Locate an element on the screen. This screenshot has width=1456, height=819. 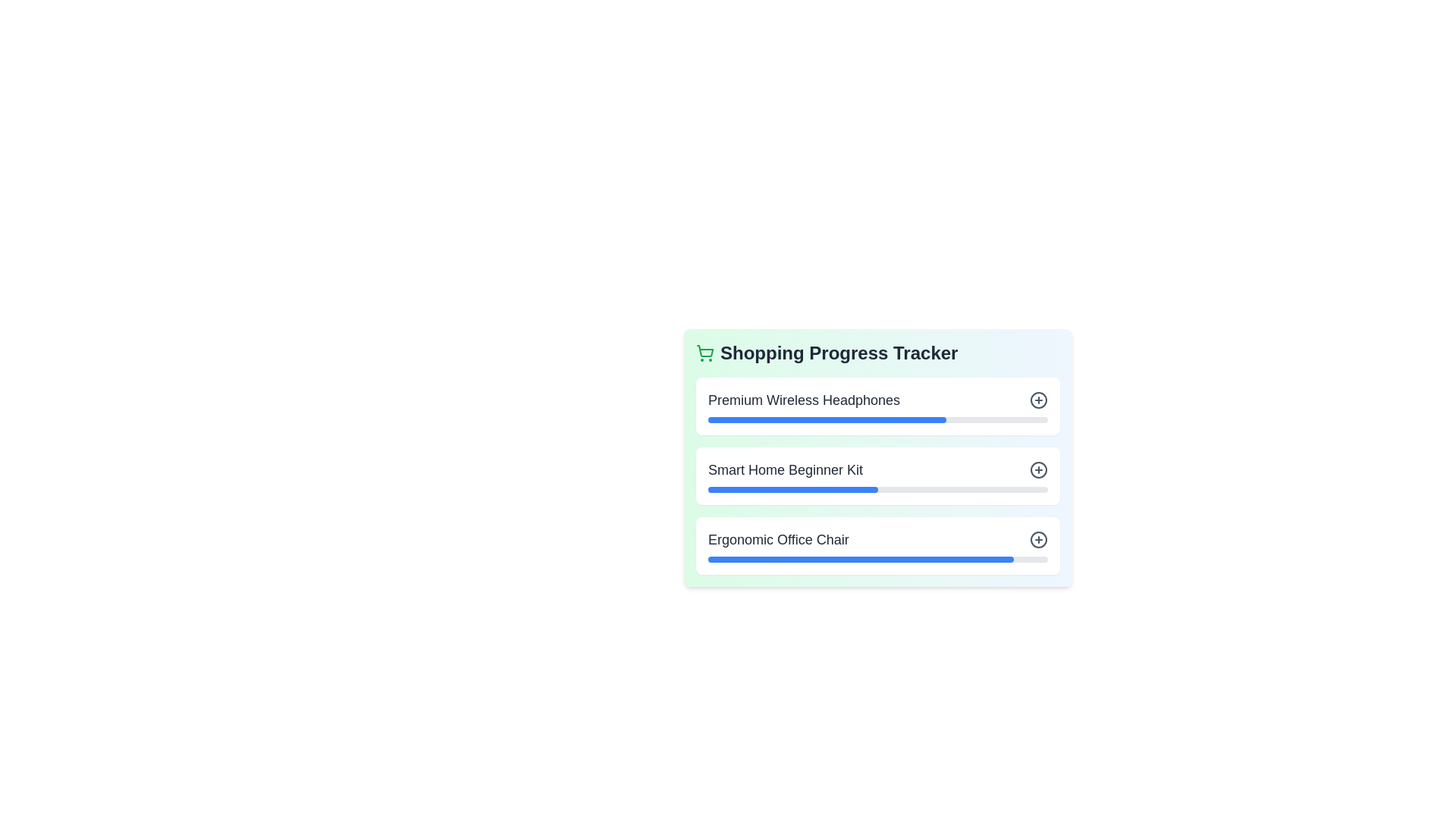
title 'Smart Home Beginner Kit' which is a prominent text element in the progress tracker interface, located below 'Premium Wireless Headphones' and above 'Ergonomic Office Chair' is located at coordinates (786, 469).